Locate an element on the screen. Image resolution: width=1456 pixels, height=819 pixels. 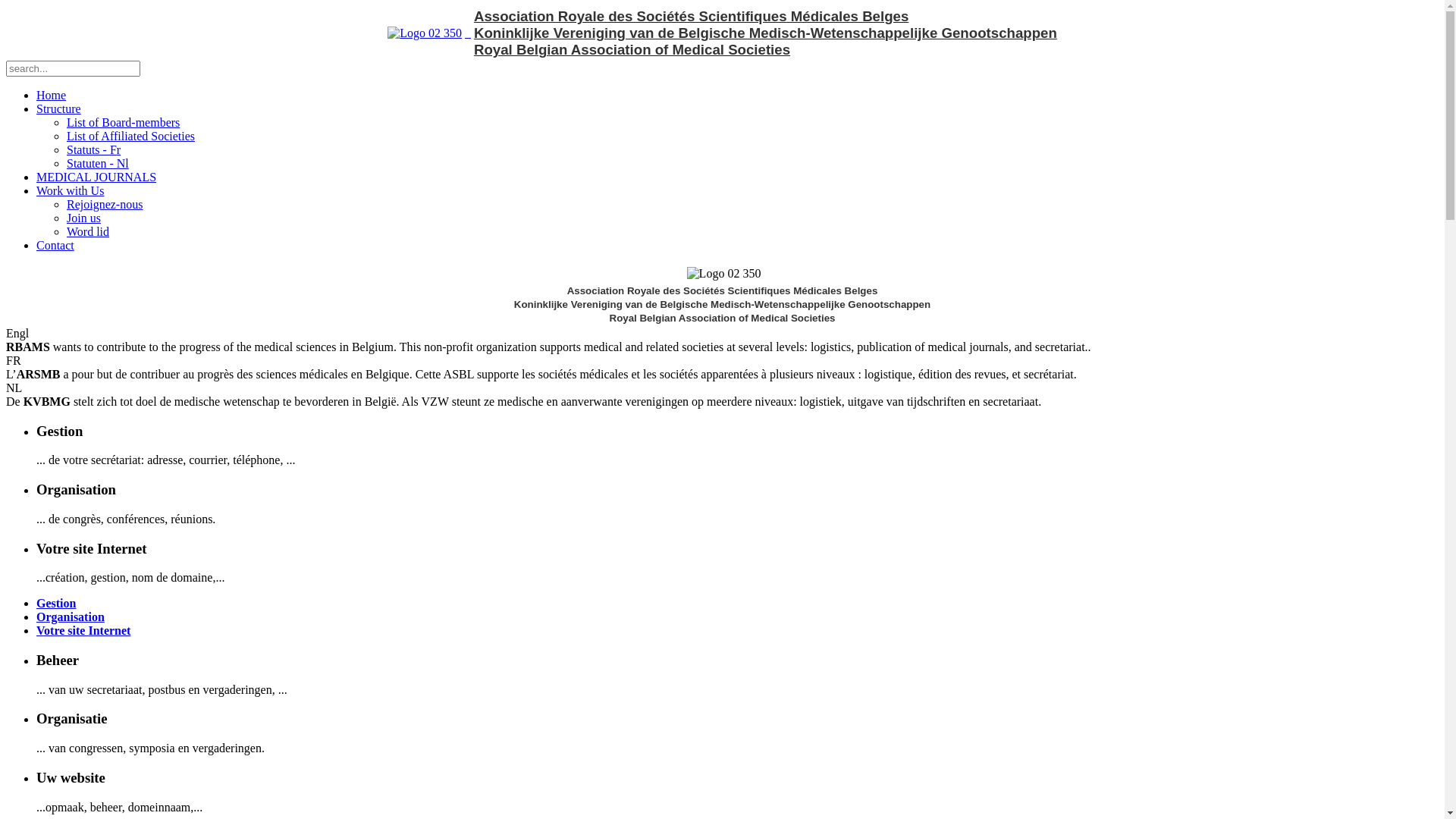
'Rejoignez-nous' is located at coordinates (104, 203).